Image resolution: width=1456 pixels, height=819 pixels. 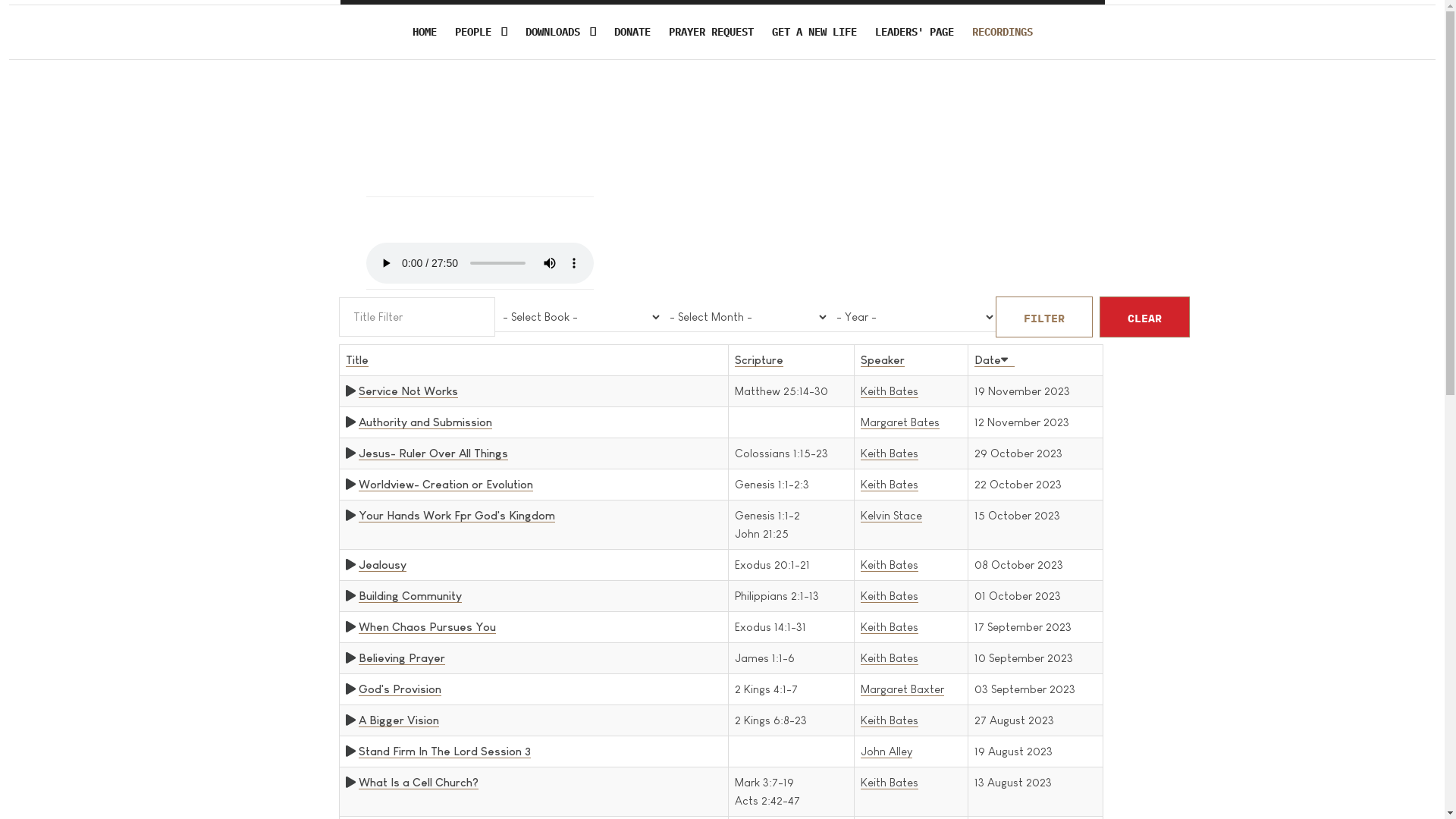 What do you see at coordinates (425, 422) in the screenshot?
I see `'Authority and Submission'` at bounding box center [425, 422].